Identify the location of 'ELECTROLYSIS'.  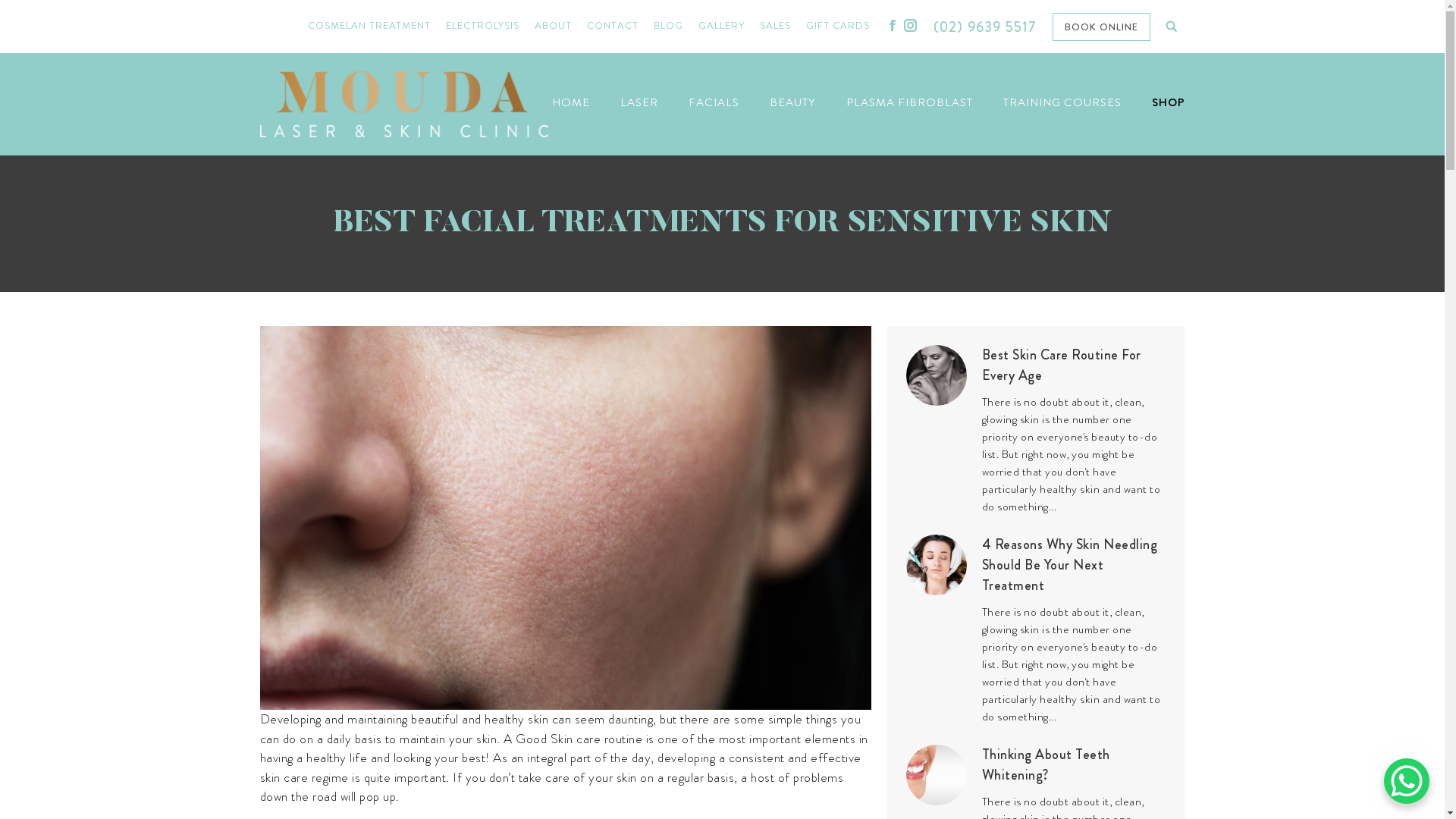
(482, 26).